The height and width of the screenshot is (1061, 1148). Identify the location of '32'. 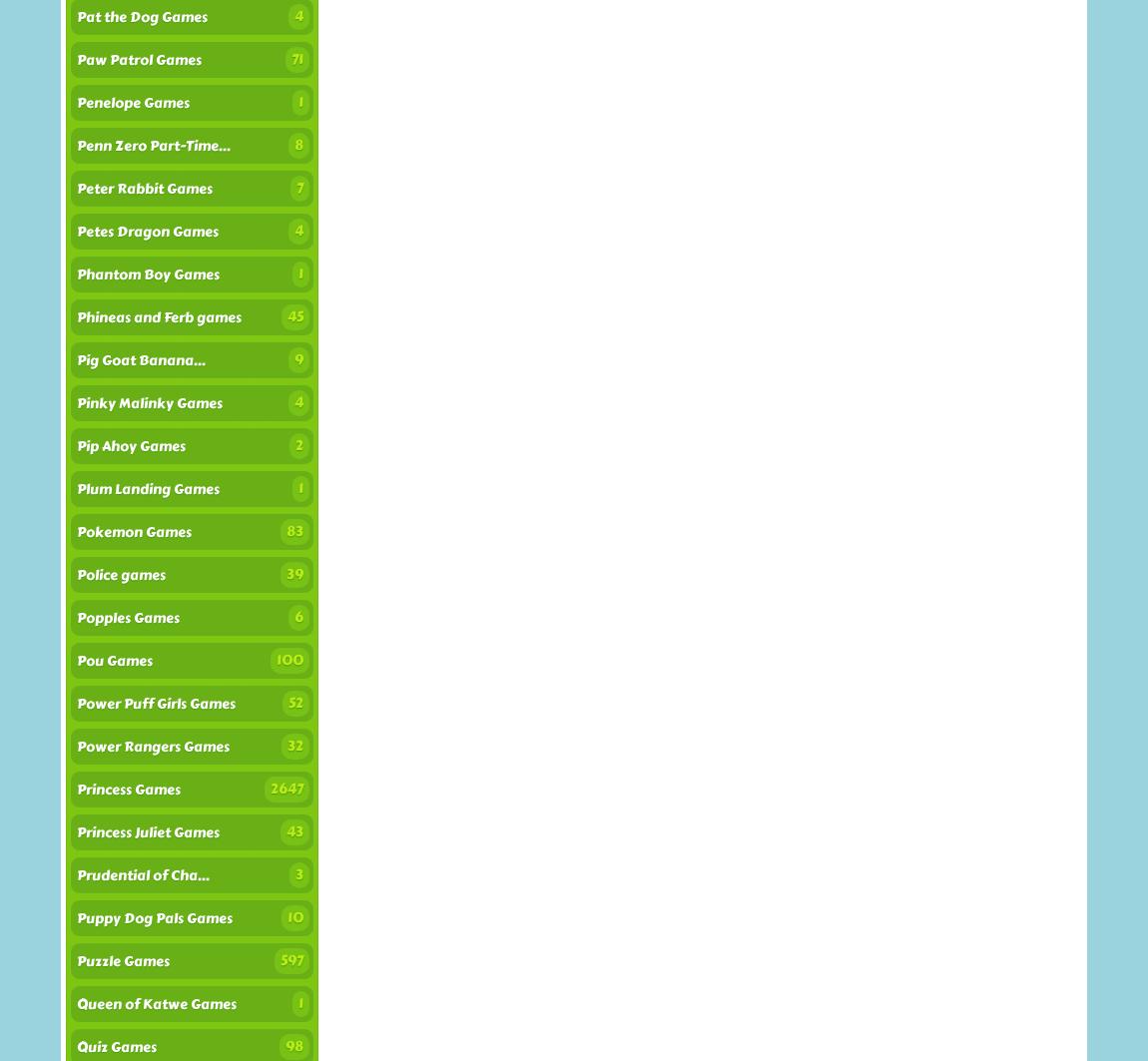
(295, 745).